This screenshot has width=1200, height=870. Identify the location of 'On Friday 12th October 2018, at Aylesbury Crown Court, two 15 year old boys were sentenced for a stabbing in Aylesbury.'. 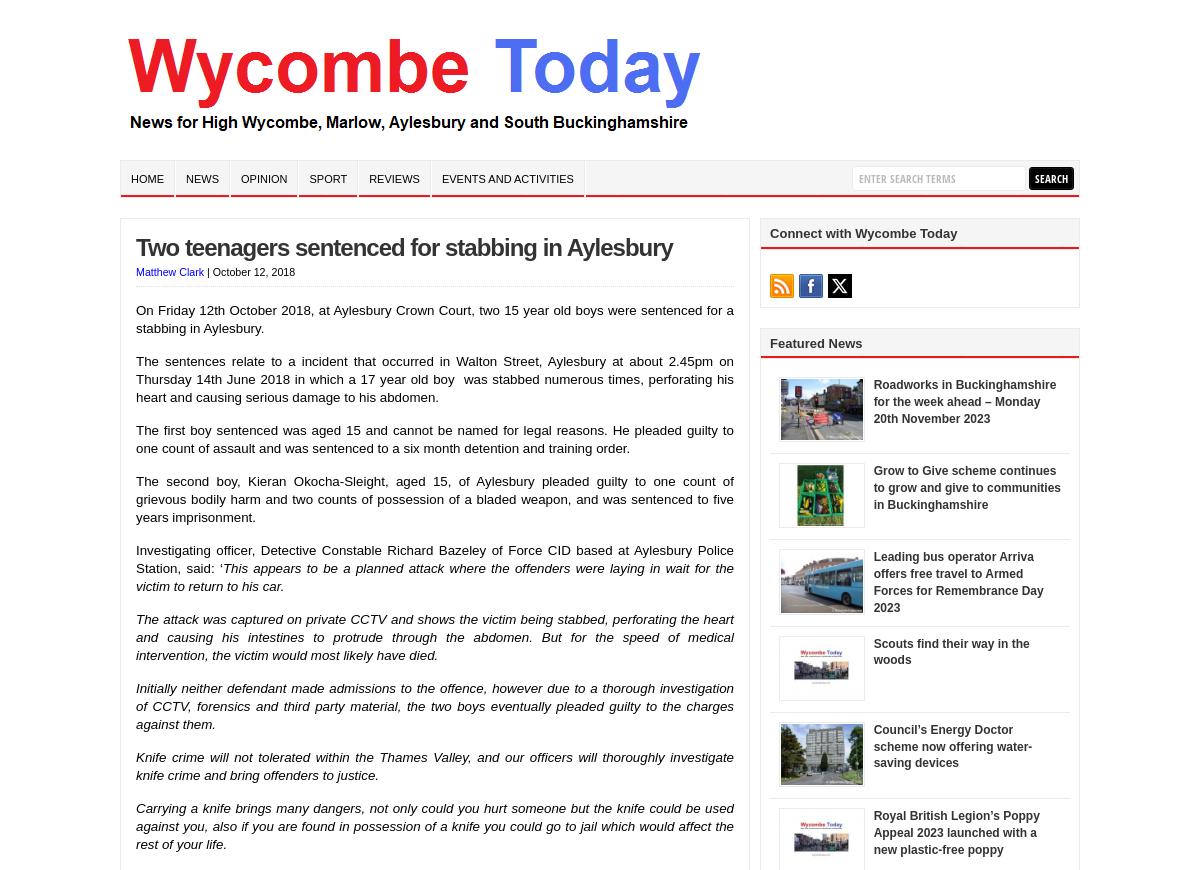
(135, 318).